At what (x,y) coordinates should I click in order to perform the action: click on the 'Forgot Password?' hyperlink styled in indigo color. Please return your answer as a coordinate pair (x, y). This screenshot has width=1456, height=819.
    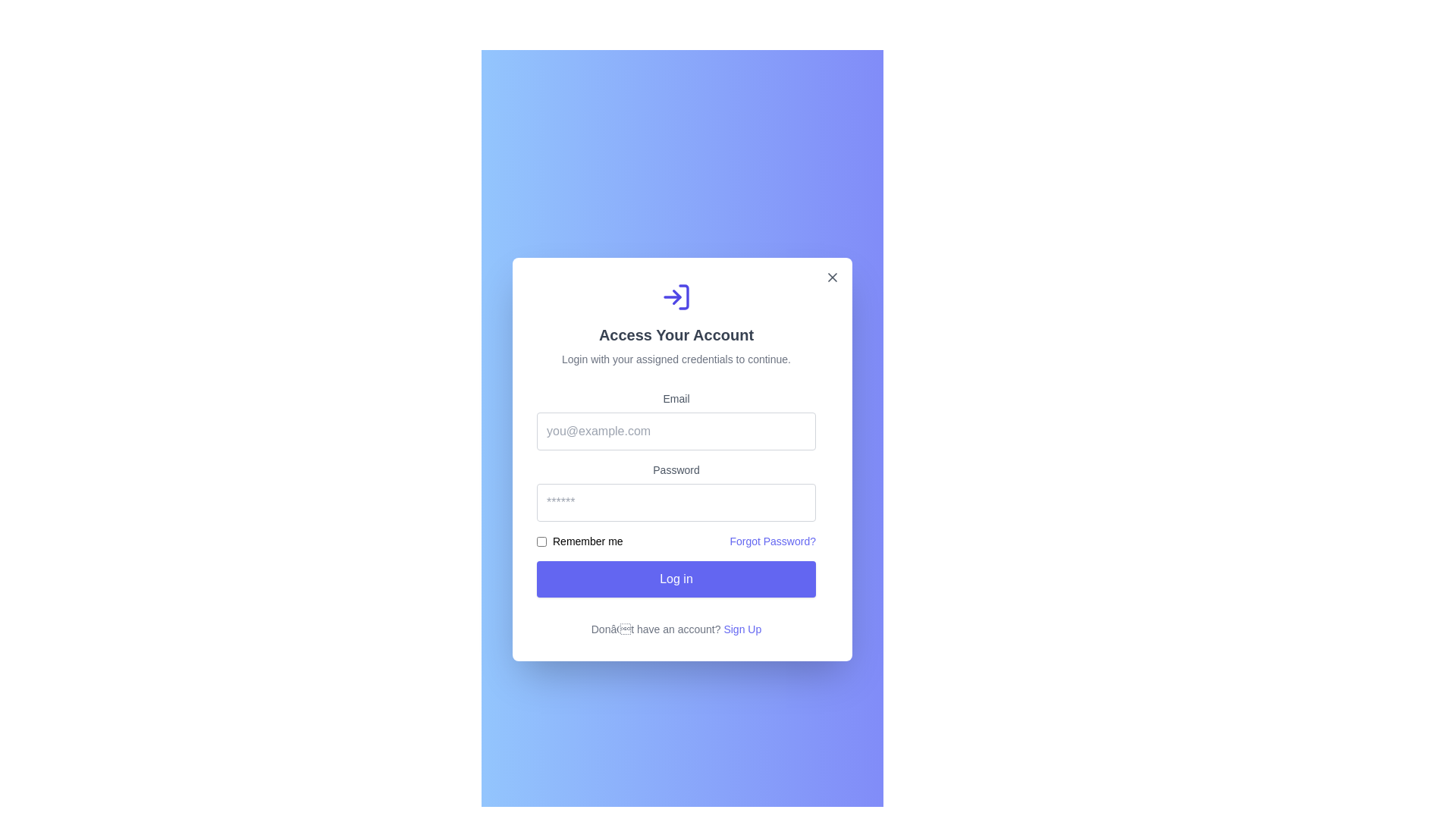
    Looking at the image, I should click on (773, 540).